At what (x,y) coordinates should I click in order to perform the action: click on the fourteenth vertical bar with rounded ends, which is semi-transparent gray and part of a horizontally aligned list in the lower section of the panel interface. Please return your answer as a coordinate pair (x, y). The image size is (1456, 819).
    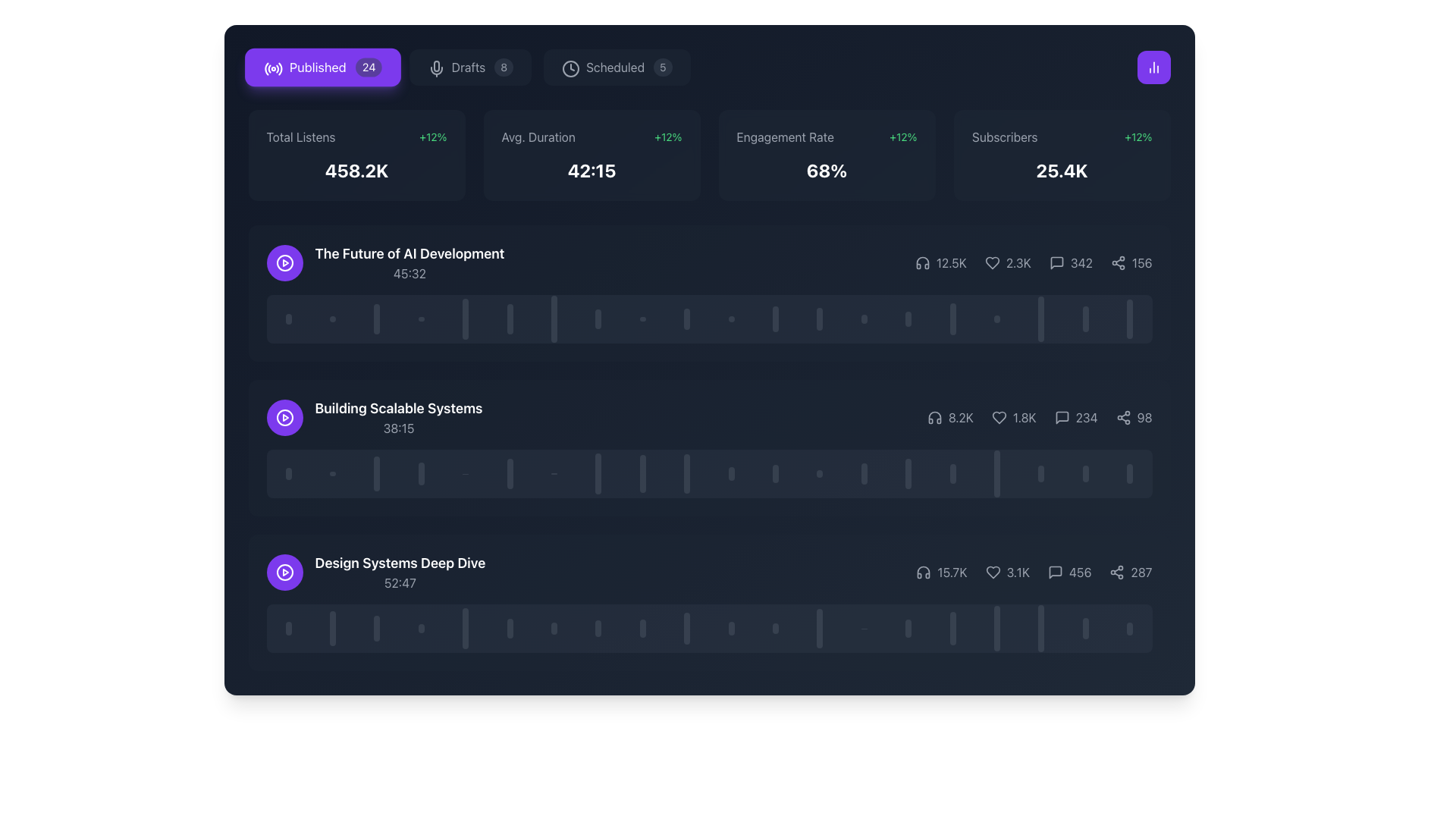
    Looking at the image, I should click on (908, 629).